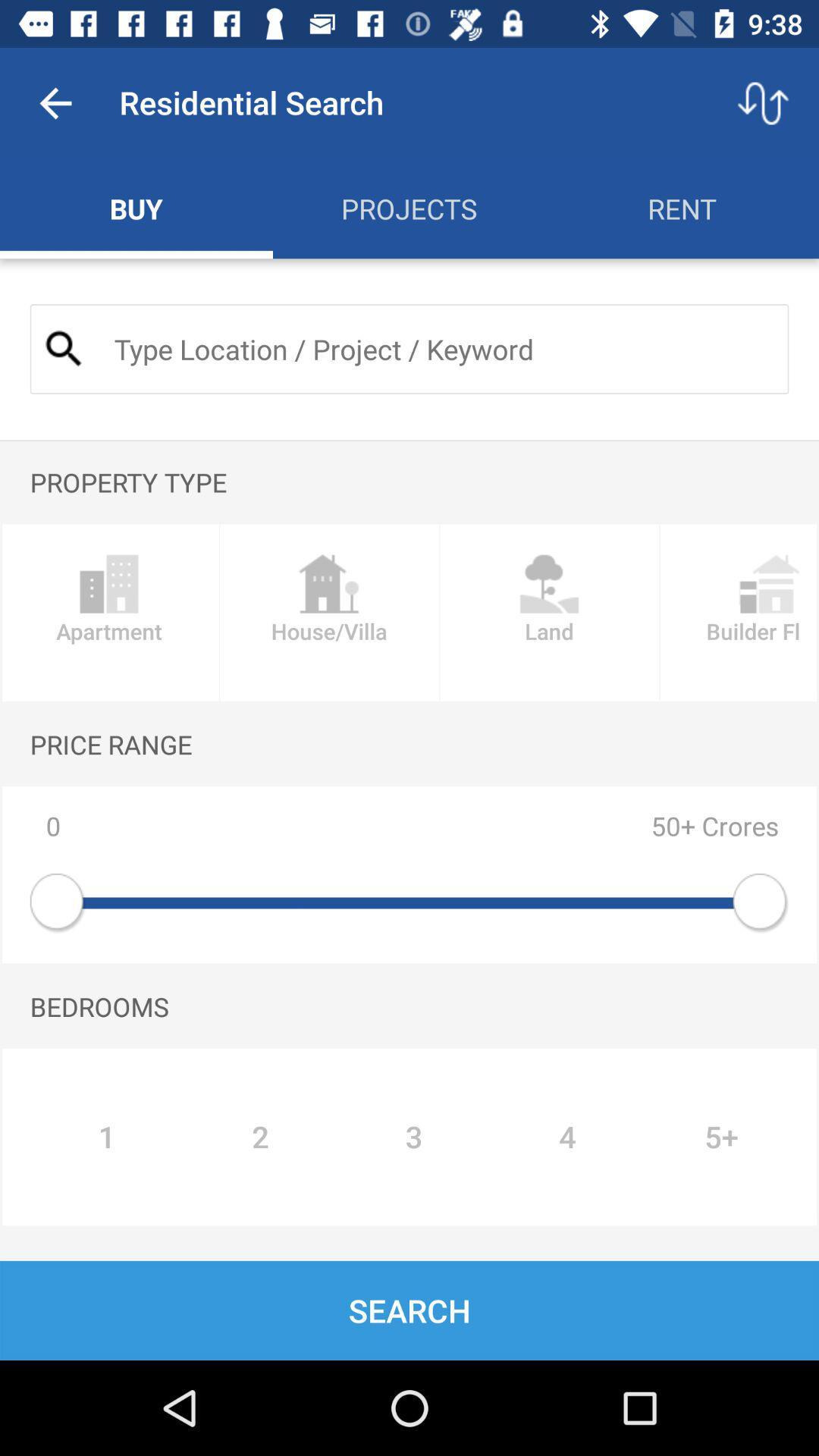 This screenshot has width=819, height=1456. I want to click on icon next to the residential search, so click(55, 102).